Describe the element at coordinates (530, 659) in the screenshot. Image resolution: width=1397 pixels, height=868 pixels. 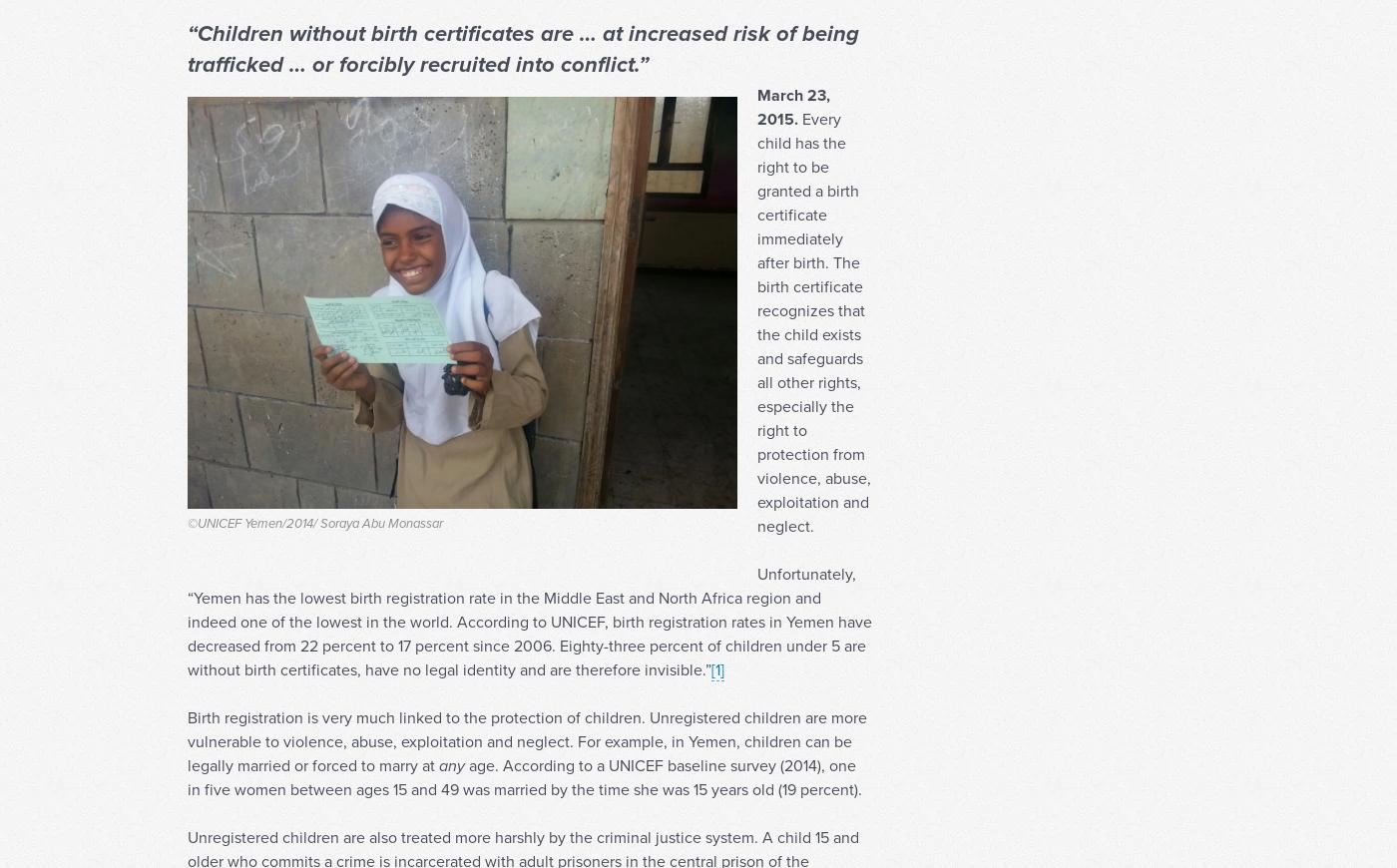
I see `'Unfortunately, “Yemen has the lowest birth registration rate in the Middle East and North Africa region and indeed one of the lowest in the world. According to UNICEF, birth registration rates in Yemen have decreased from 22 percent to 17 percent since 2006. Eighty-three percent of children under 5 are without birth certificates, have no legal identity and are therefore invisible.”'` at that location.